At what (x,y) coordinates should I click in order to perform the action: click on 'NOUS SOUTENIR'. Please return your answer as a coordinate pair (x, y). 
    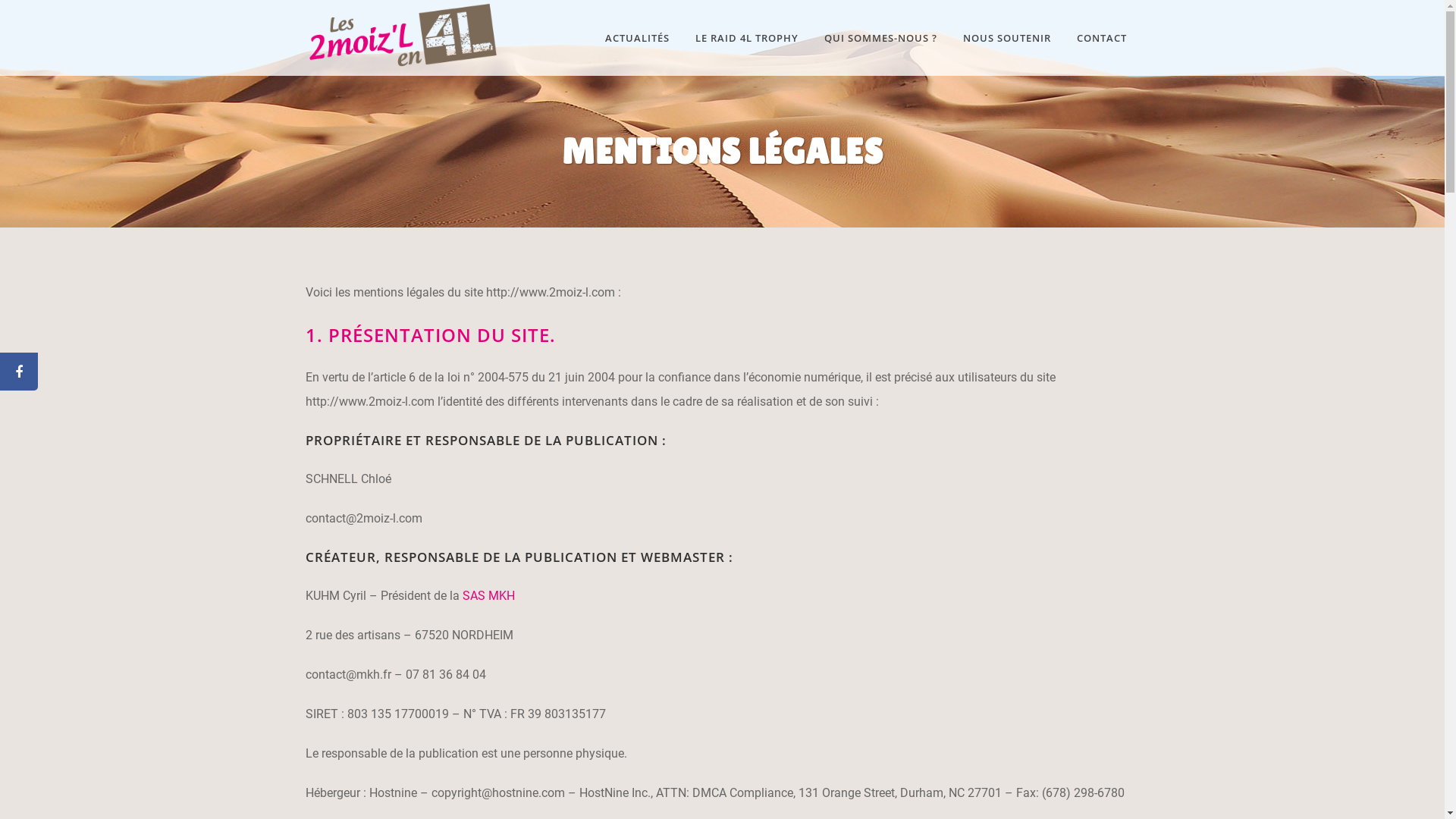
    Looking at the image, I should click on (949, 37).